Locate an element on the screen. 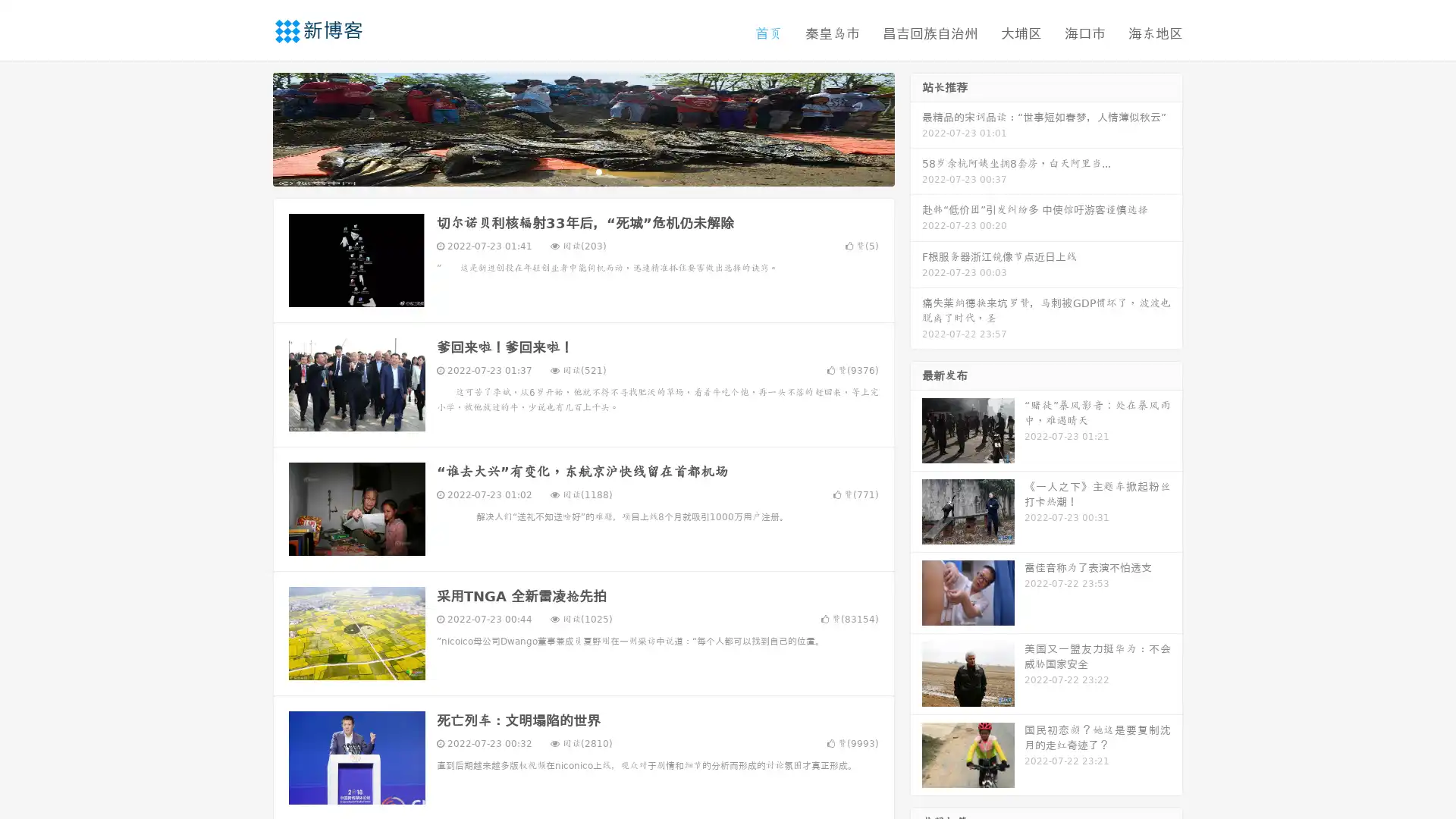  Previous slide is located at coordinates (250, 127).